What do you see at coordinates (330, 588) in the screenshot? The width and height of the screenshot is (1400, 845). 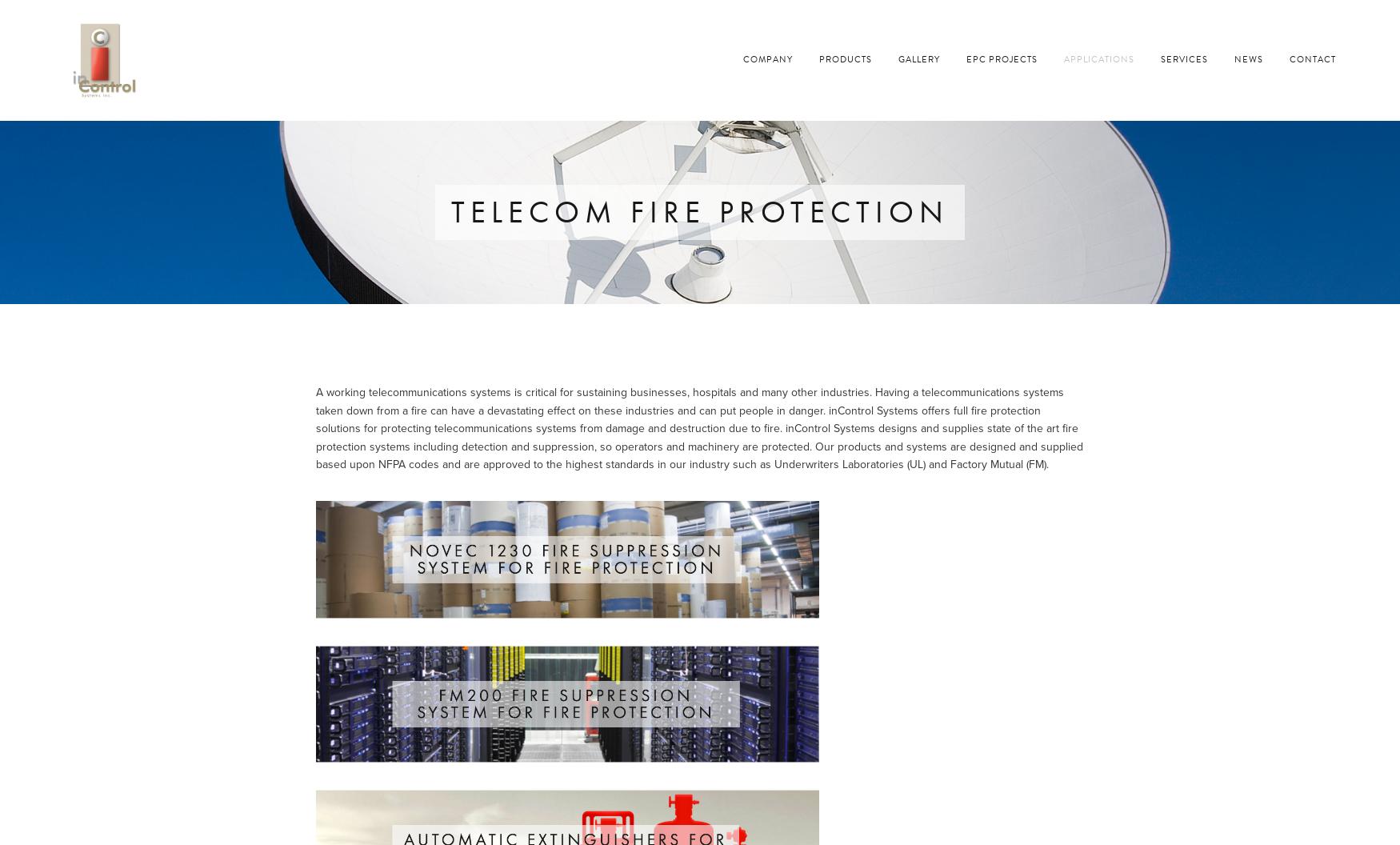 I see `'NOVEC 1230 CLEAN AGENT'` at bounding box center [330, 588].